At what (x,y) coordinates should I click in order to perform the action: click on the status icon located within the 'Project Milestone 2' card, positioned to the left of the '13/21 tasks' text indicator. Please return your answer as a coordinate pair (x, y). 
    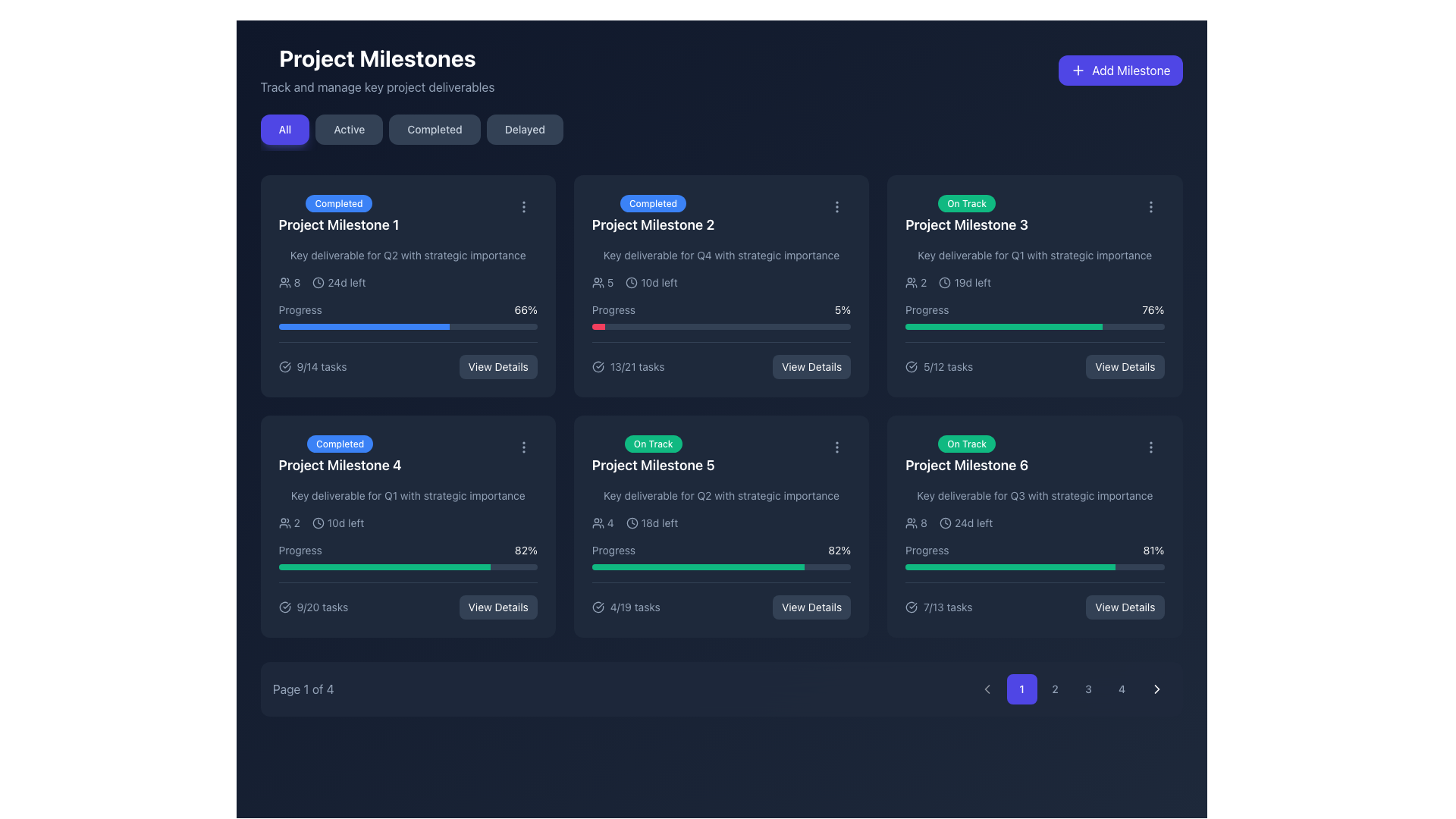
    Looking at the image, I should click on (597, 366).